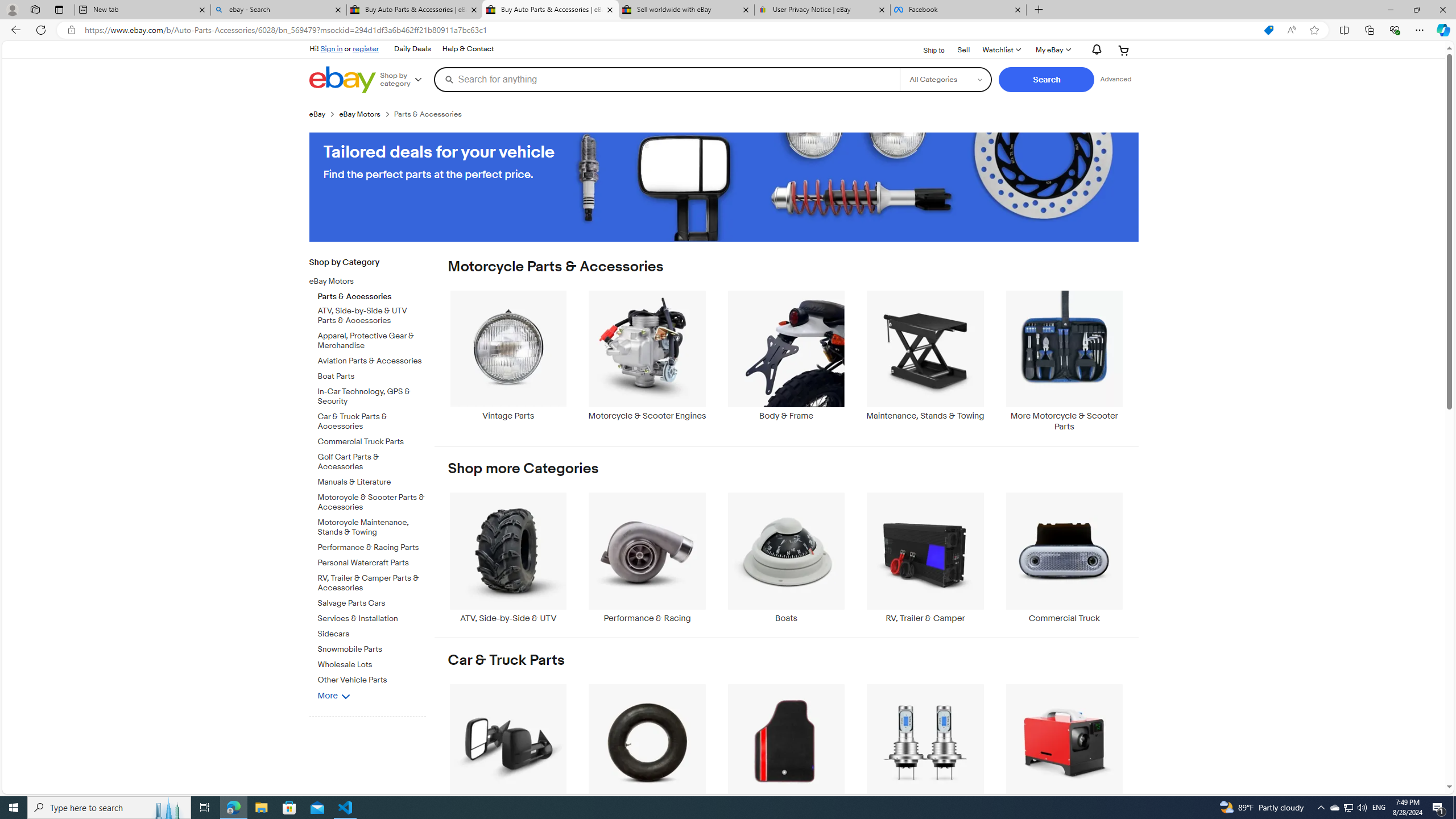 This screenshot has width=1456, height=819. I want to click on 'Aviation Parts & Accessories', so click(371, 359).